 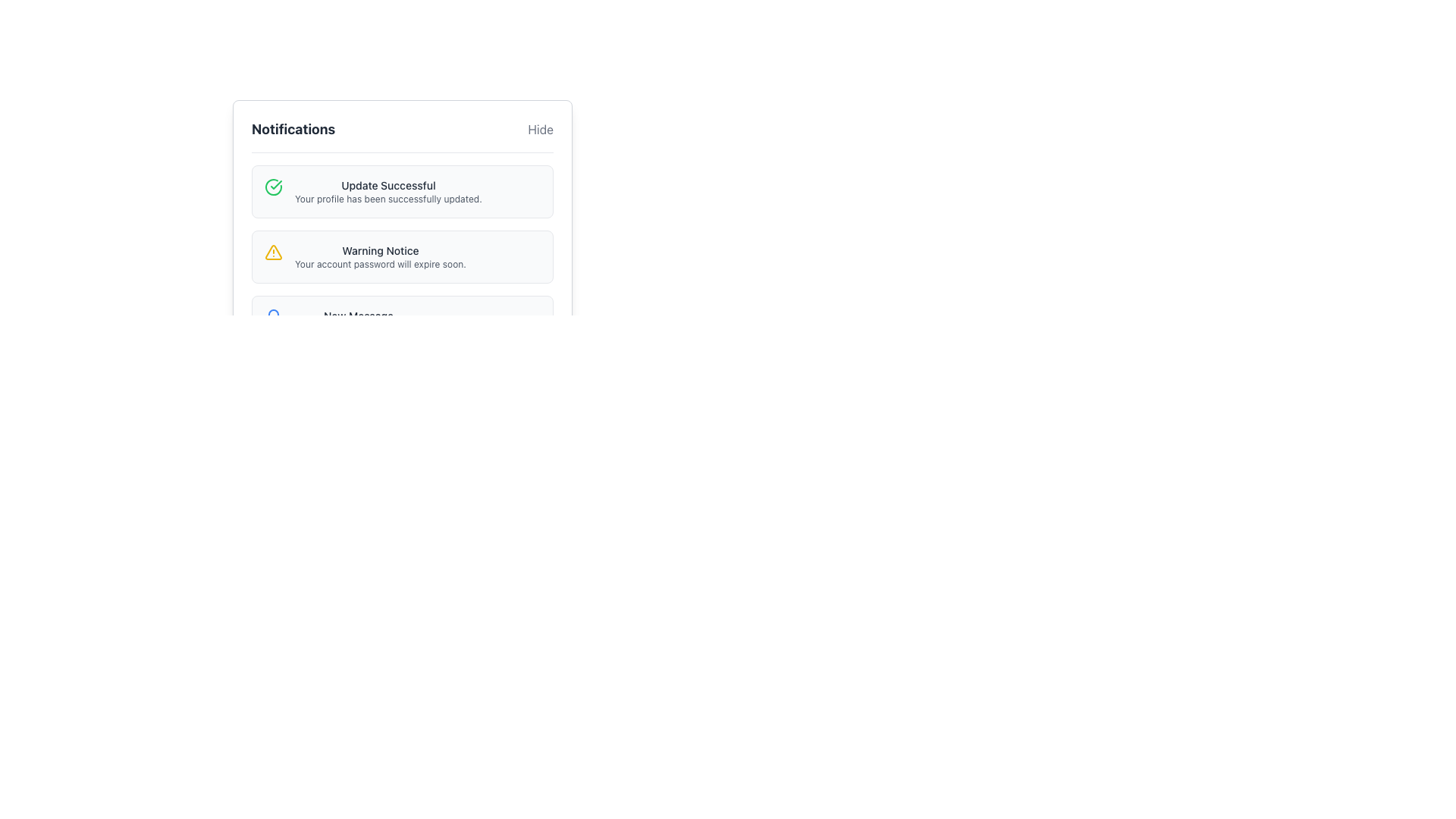 I want to click on the static text notification that reads 'Your account password will expire soon.' located beneath the 'Warning Notice' title in the Notifications section, so click(x=380, y=263).